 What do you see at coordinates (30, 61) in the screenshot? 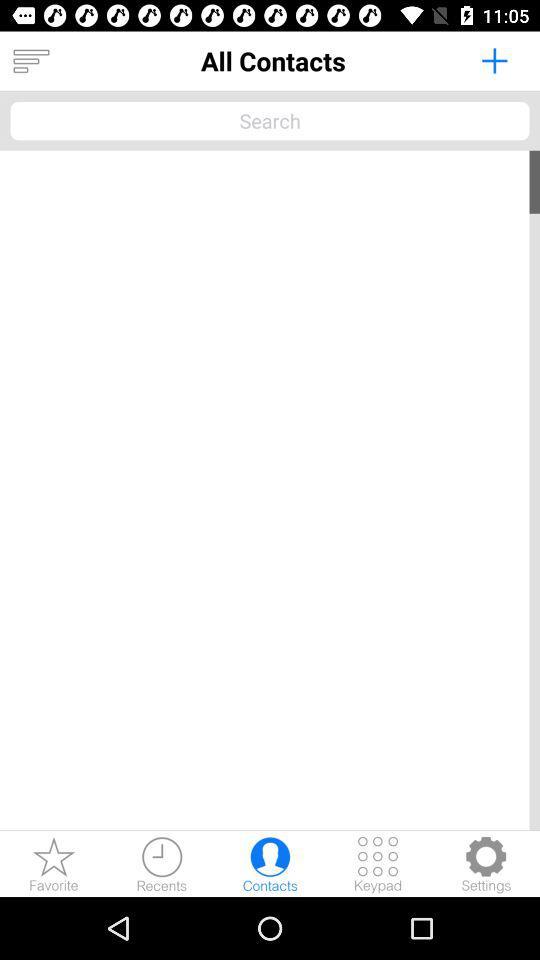
I see `more options` at bounding box center [30, 61].